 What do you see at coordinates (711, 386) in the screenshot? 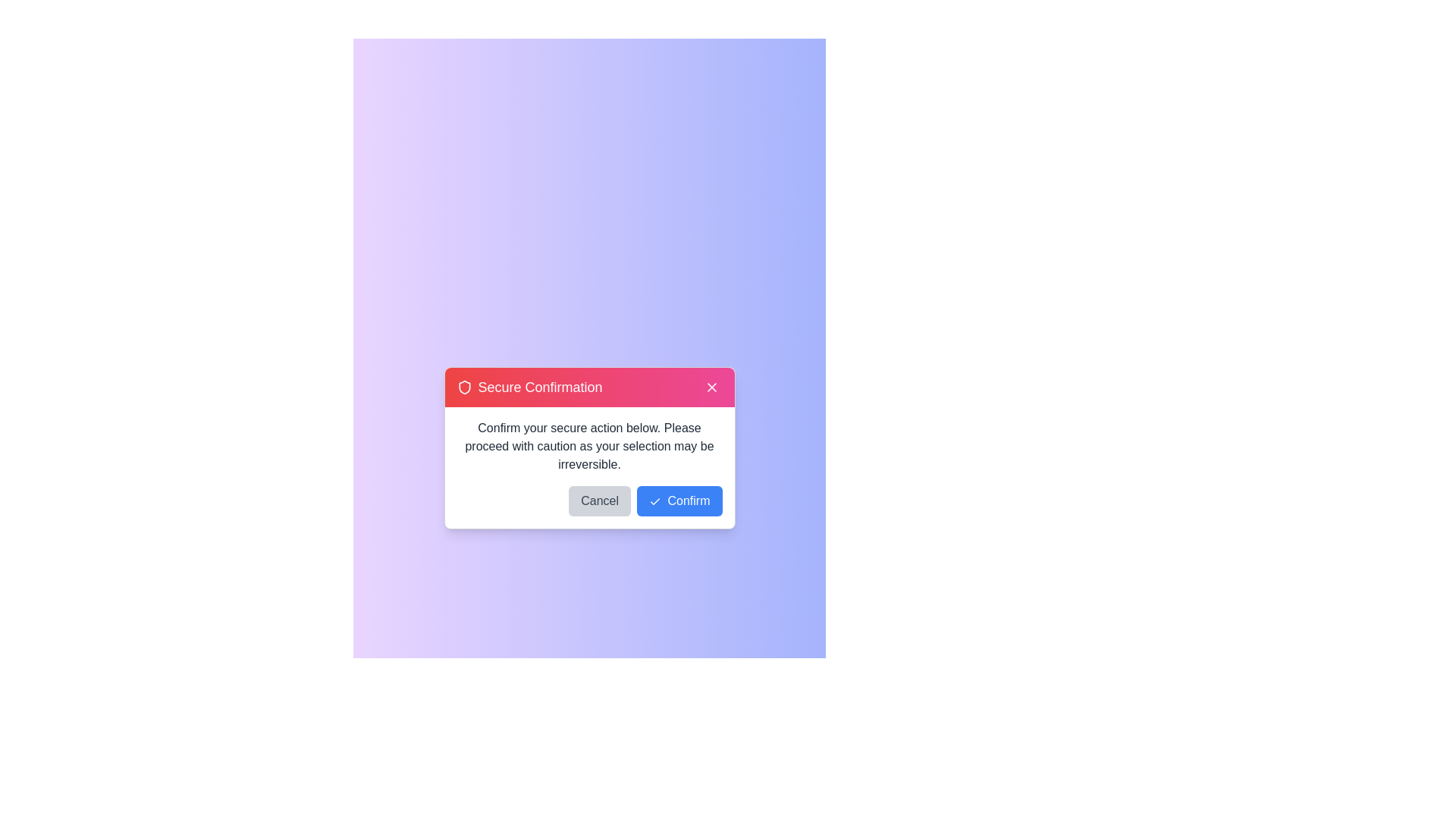
I see `the small, square-shaped button with a white 'X' icon on a pinkish-red background located at the top-right corner of the 'Secure Confirmation' dialog` at bounding box center [711, 386].